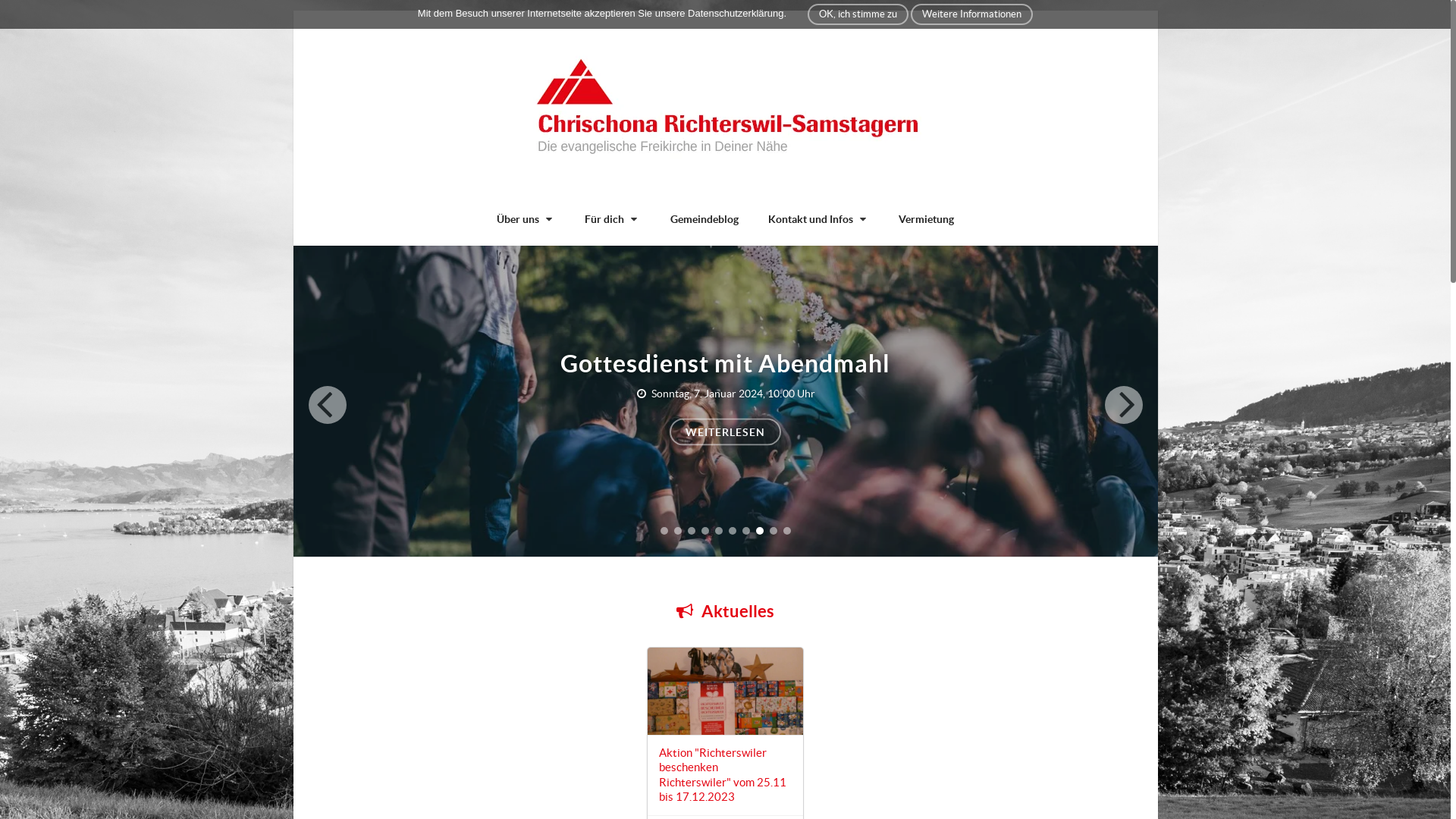 The width and height of the screenshot is (1456, 819). I want to click on '8', so click(759, 529).